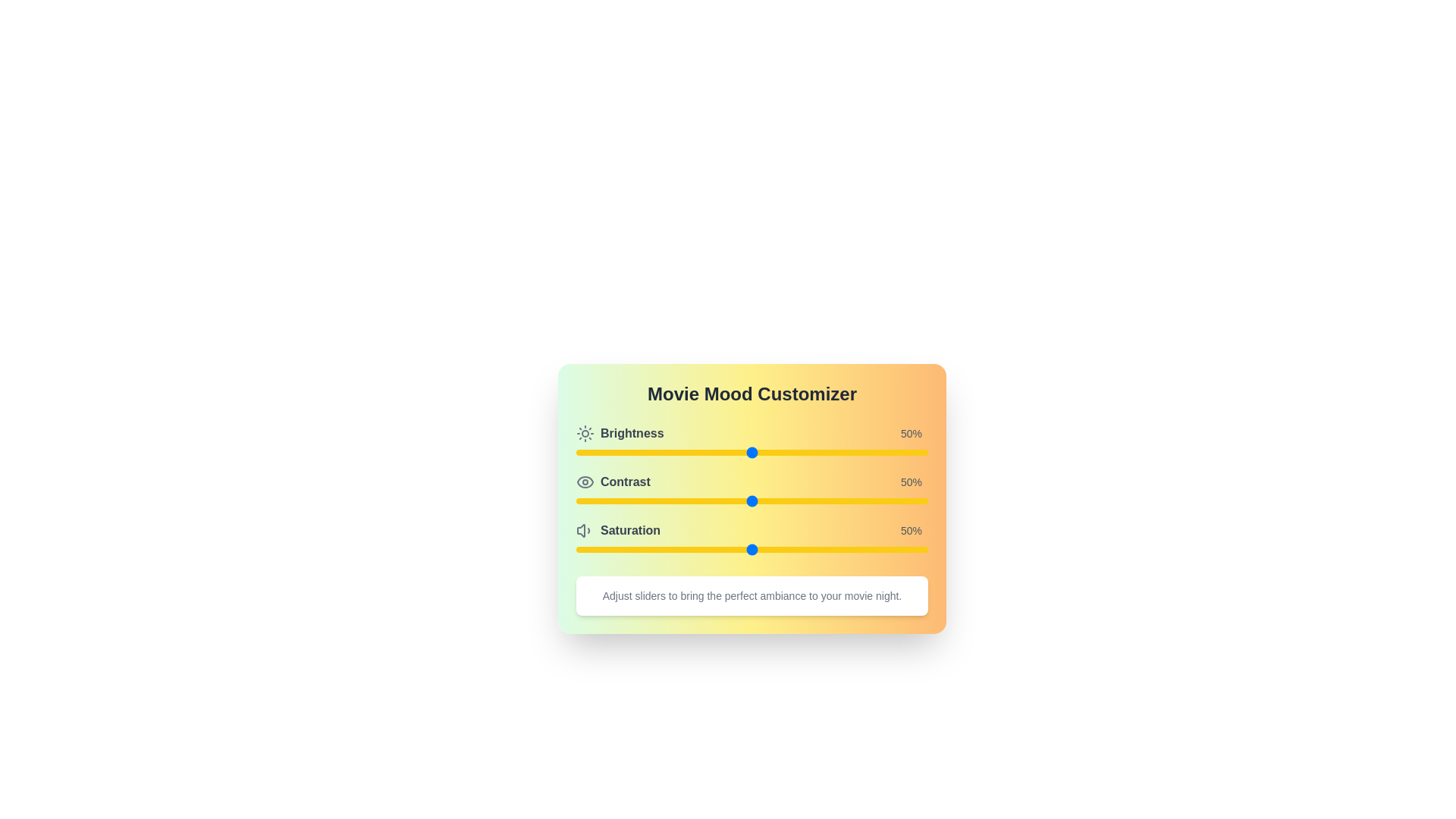 The height and width of the screenshot is (819, 1456). What do you see at coordinates (673, 500) in the screenshot?
I see `the contrast level` at bounding box center [673, 500].